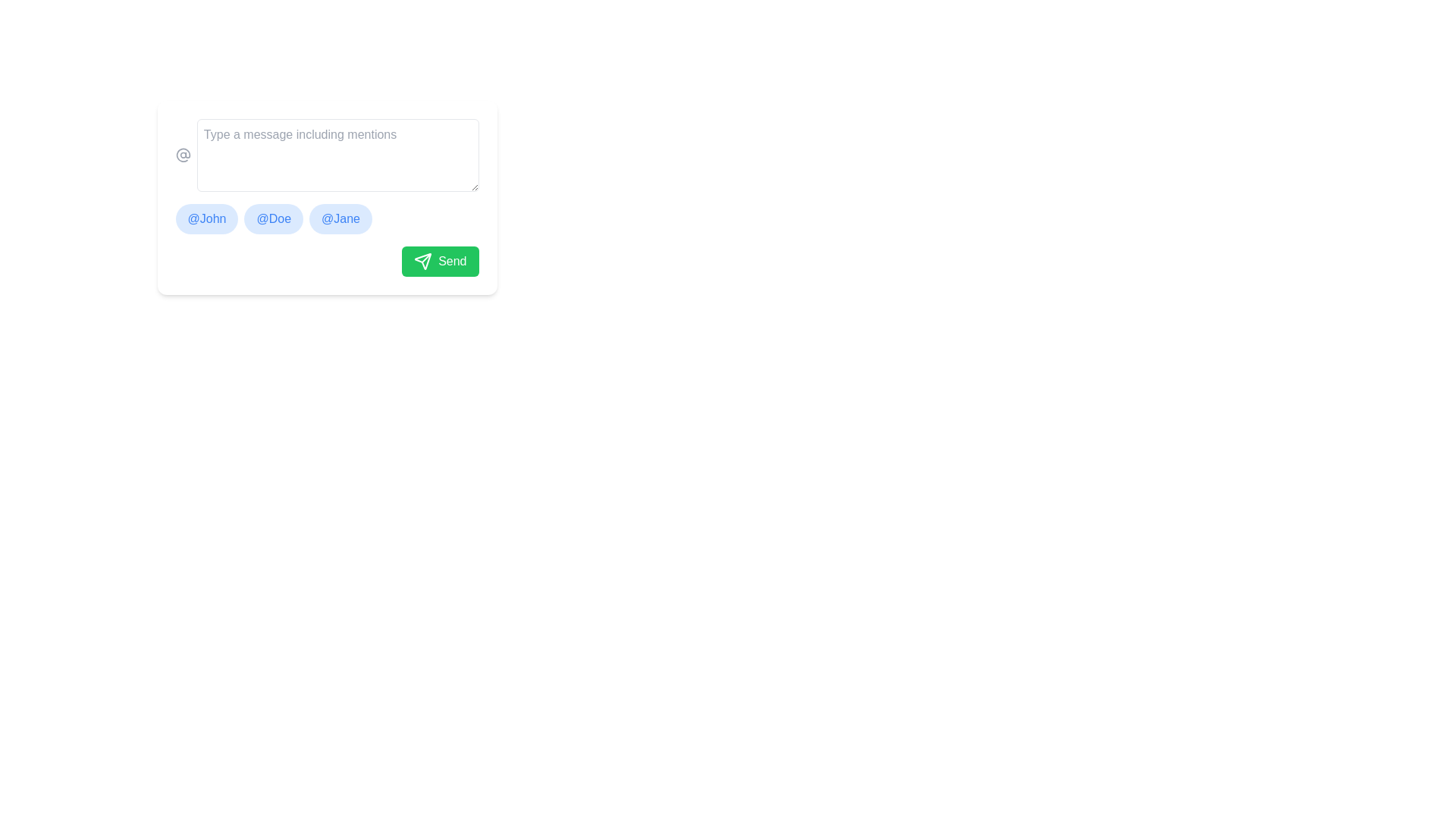 The width and height of the screenshot is (1456, 819). What do you see at coordinates (423, 260) in the screenshot?
I see `the send icon located in the bottom-right corner of the interface` at bounding box center [423, 260].